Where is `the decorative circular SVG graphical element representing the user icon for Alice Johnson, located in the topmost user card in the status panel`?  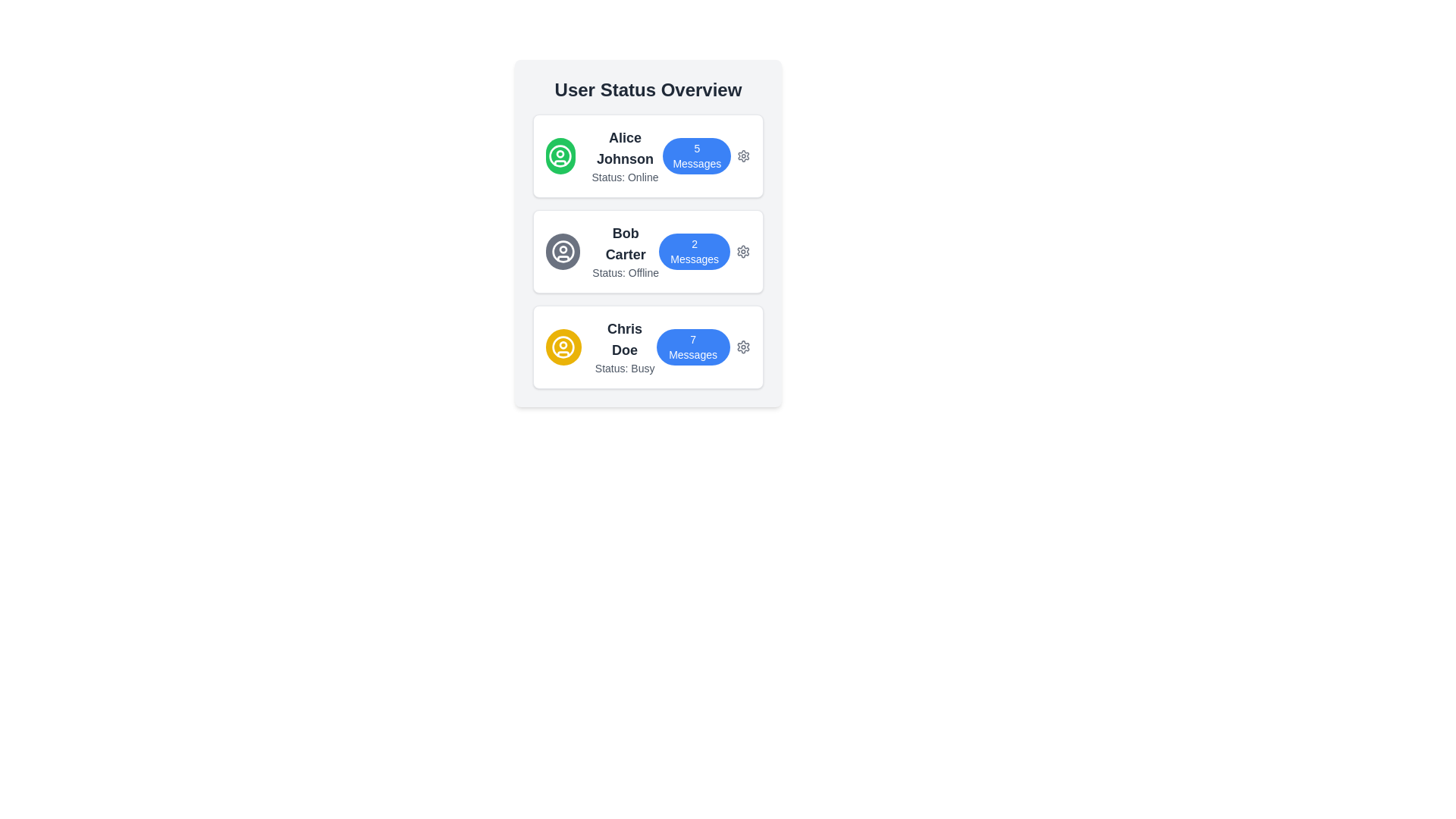 the decorative circular SVG graphical element representing the user icon for Alice Johnson, located in the topmost user card in the status panel is located at coordinates (560, 155).